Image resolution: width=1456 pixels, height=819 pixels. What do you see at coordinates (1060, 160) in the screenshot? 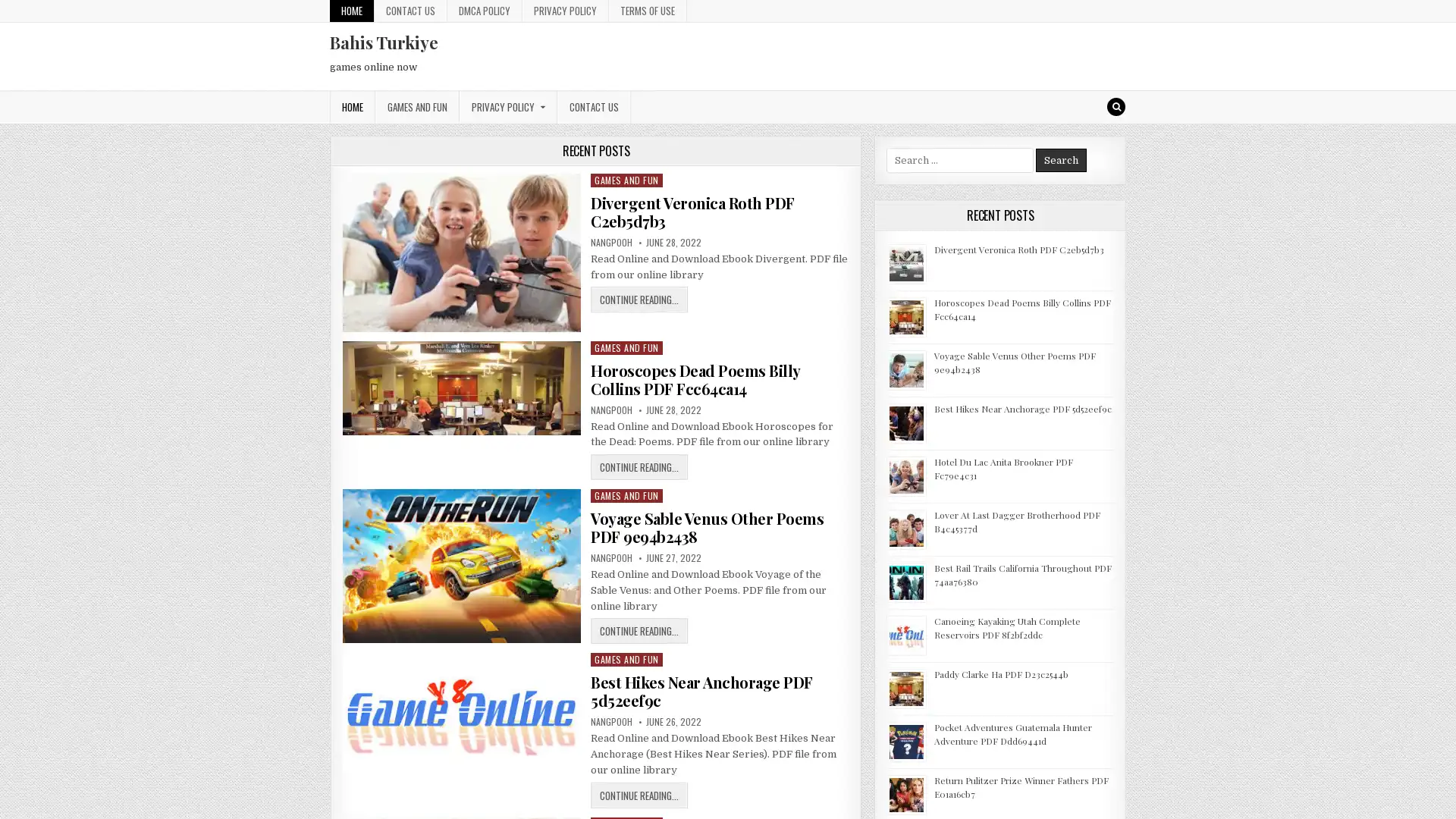
I see `Search` at bounding box center [1060, 160].